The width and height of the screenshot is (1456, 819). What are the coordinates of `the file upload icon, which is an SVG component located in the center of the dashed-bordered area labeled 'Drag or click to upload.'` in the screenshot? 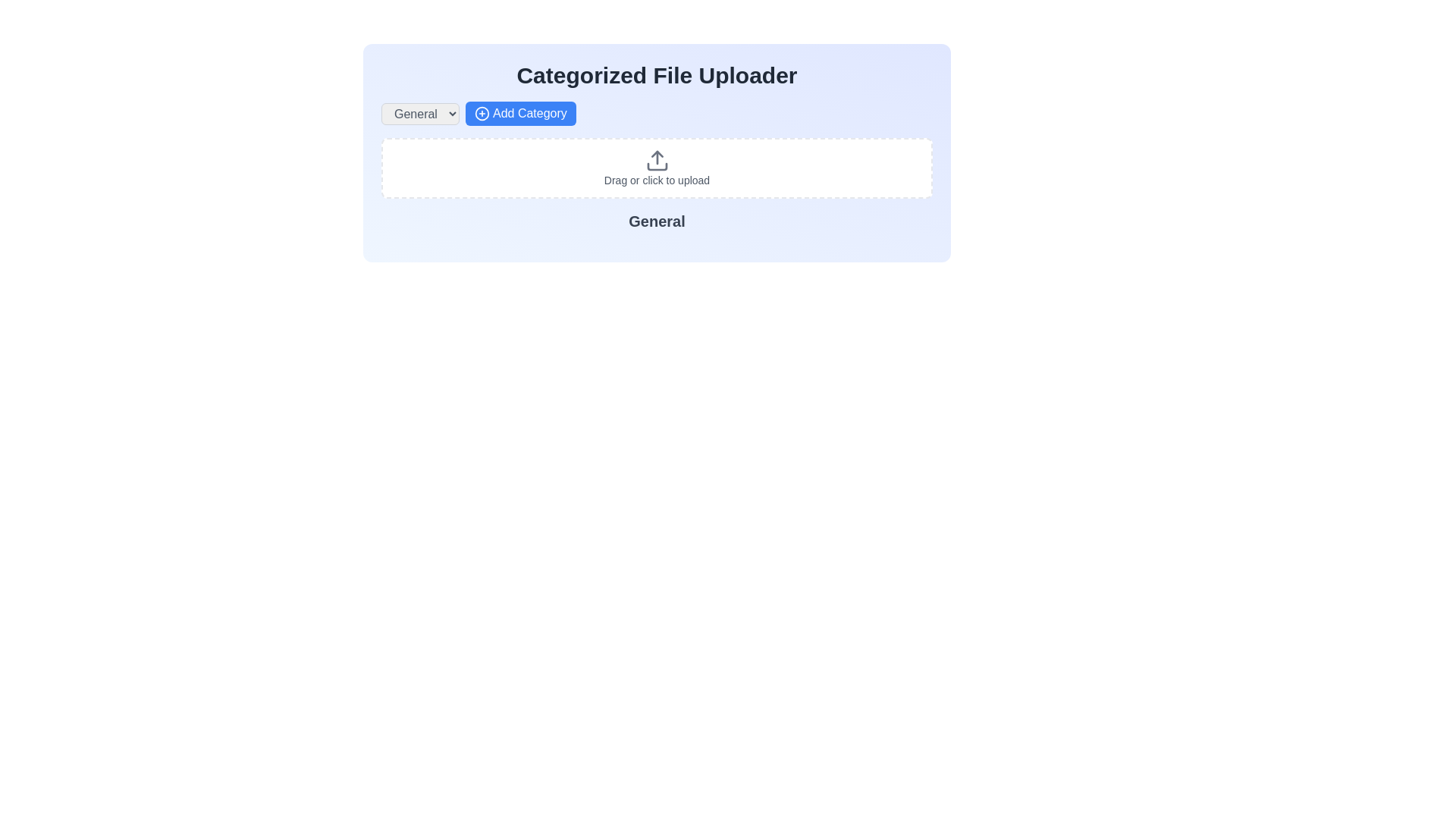 It's located at (657, 161).